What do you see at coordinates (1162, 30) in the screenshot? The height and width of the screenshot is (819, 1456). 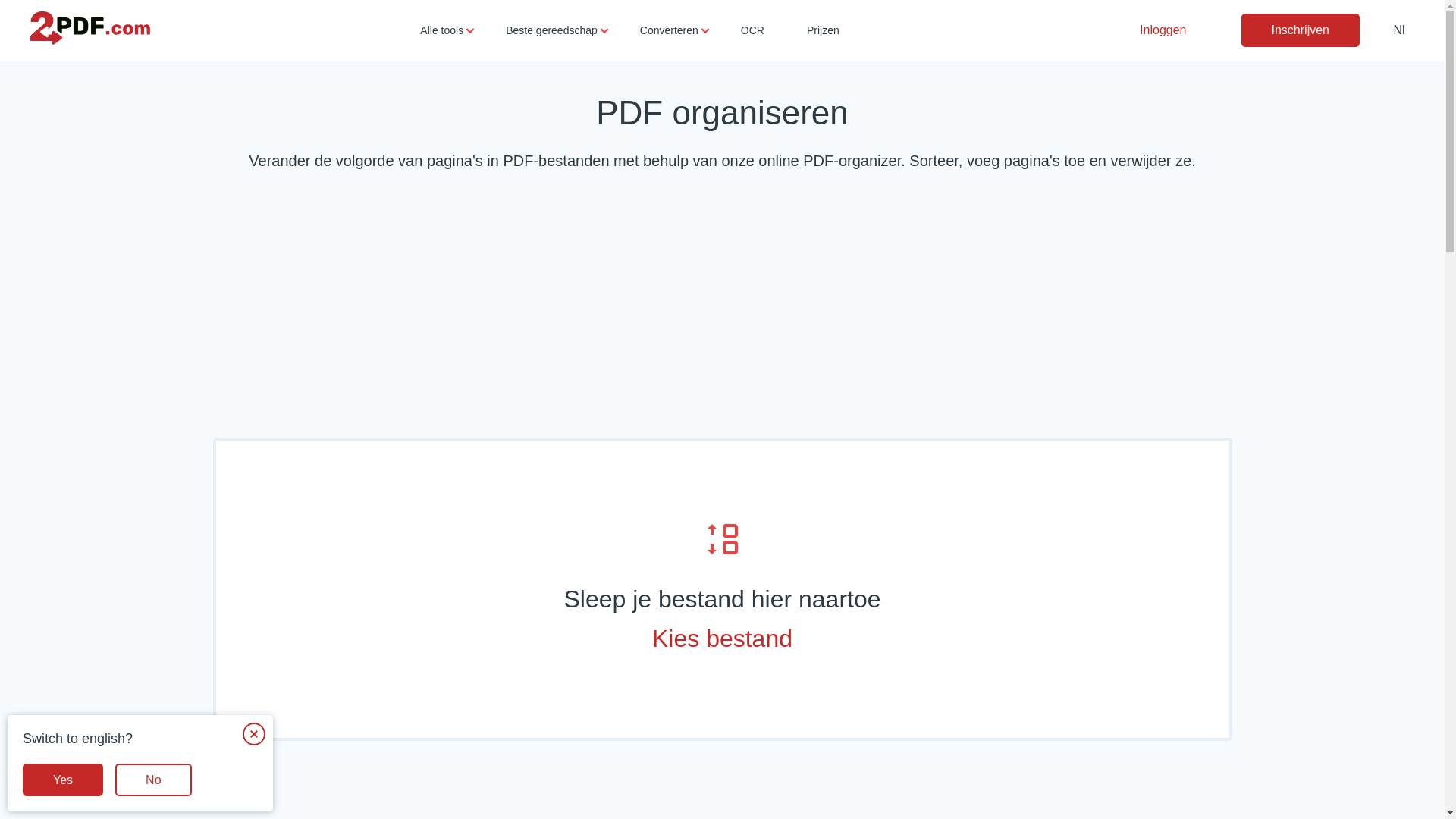 I see `'Inloggen'` at bounding box center [1162, 30].